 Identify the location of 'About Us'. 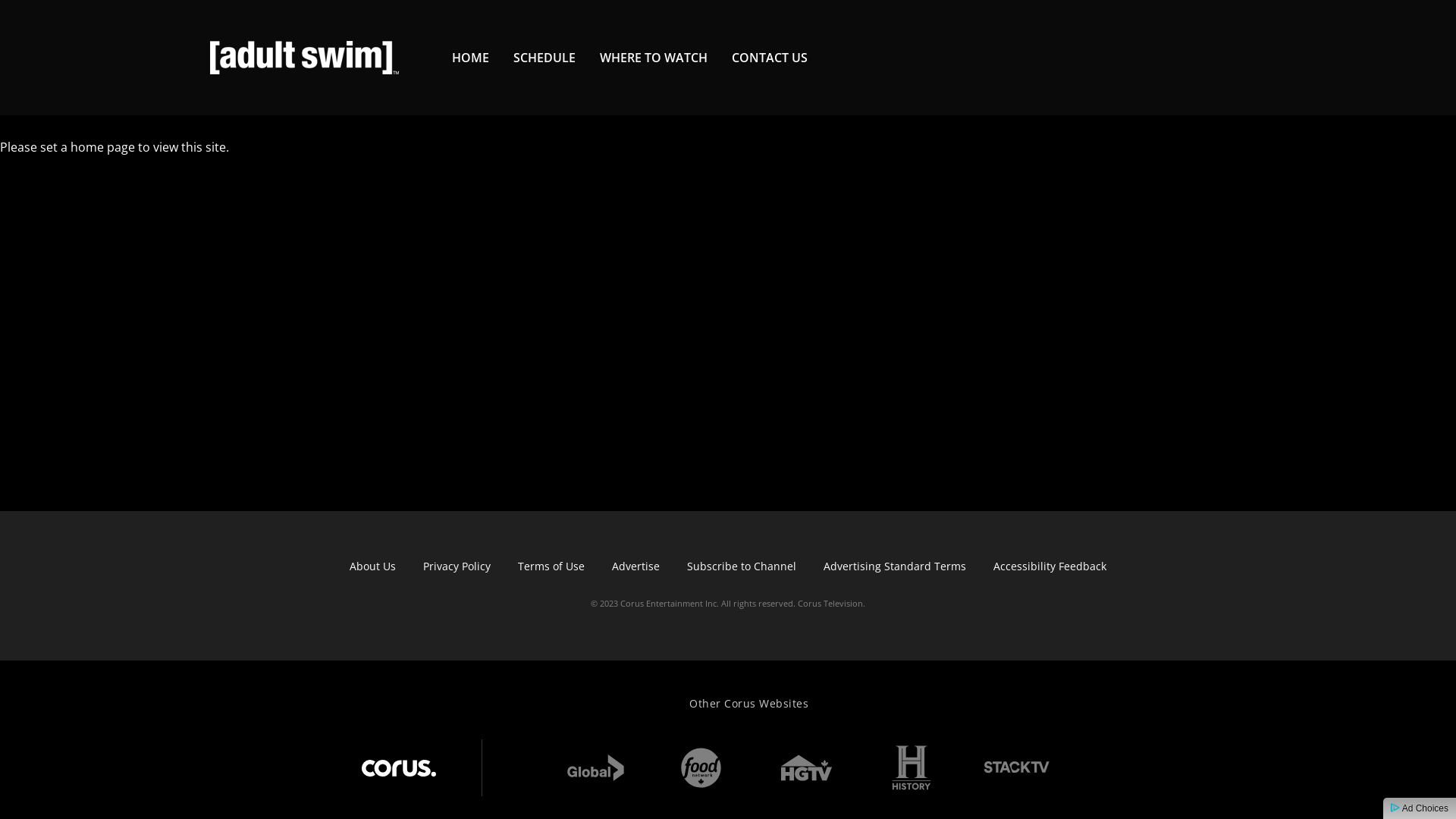
(372, 565).